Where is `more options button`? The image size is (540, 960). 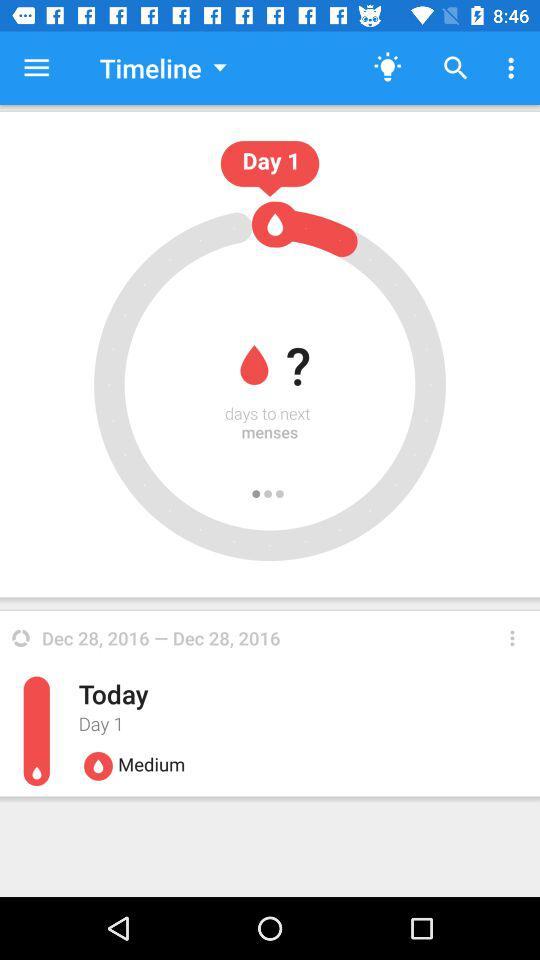
more options button is located at coordinates (512, 637).